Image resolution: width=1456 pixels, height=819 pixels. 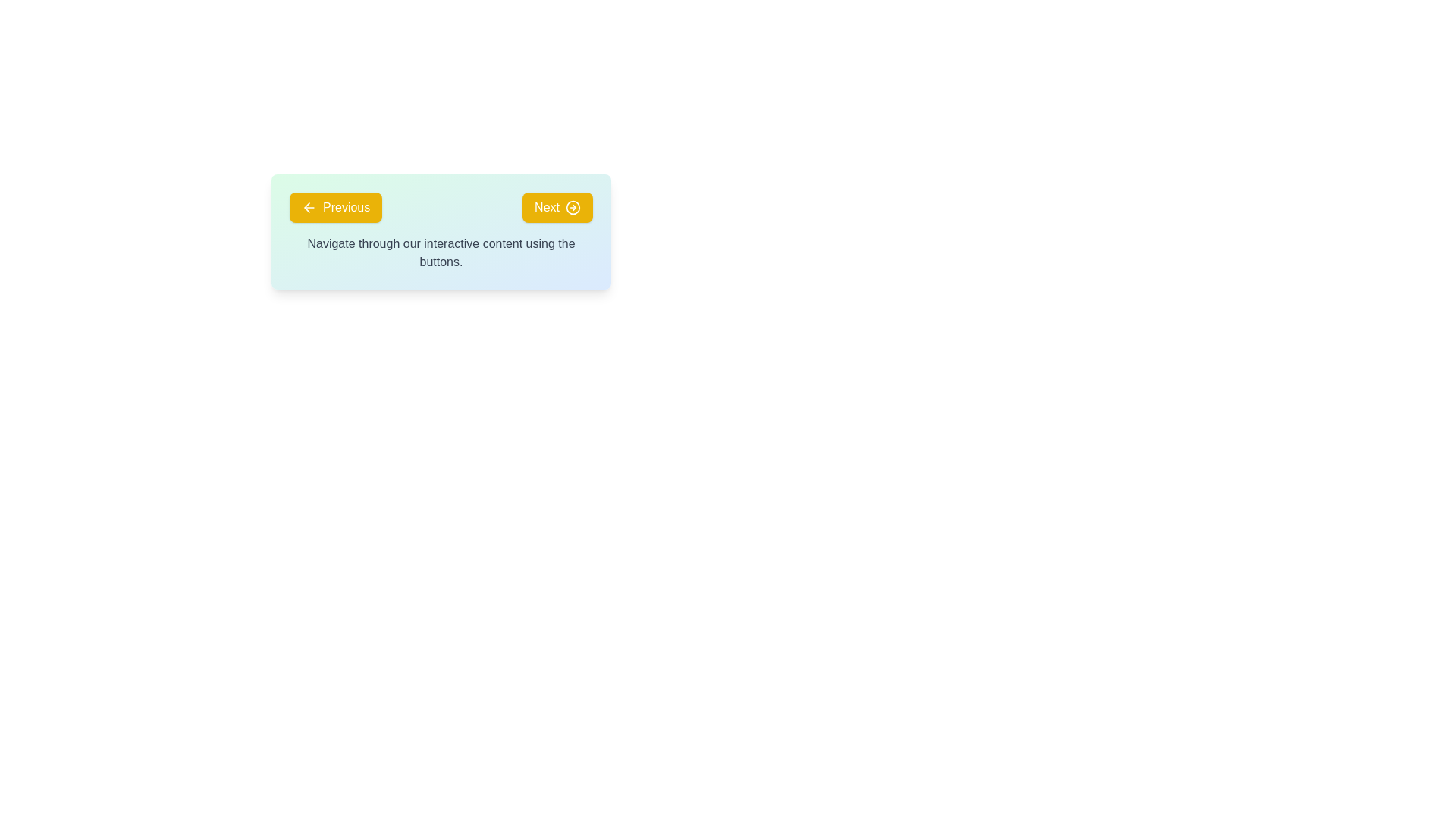 I want to click on the arrowhead icon within the 'Previous' button, located on the left side of the rectangular button for backward navigation, so click(x=306, y=207).